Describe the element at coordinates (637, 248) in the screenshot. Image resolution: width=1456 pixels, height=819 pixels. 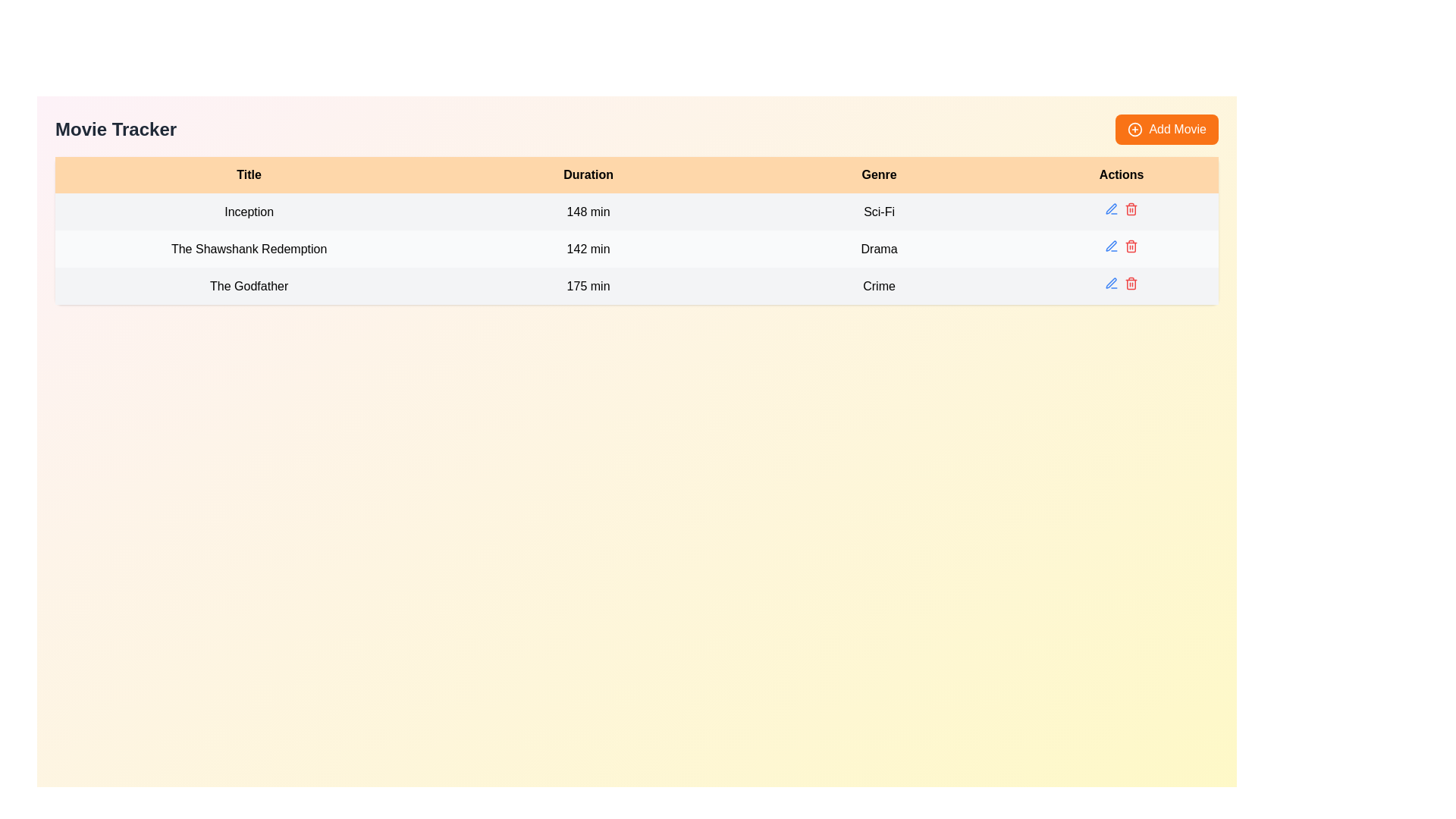
I see `the table row containing the title 'The Shawshank Redemption', which is the second row in the table layout` at that location.